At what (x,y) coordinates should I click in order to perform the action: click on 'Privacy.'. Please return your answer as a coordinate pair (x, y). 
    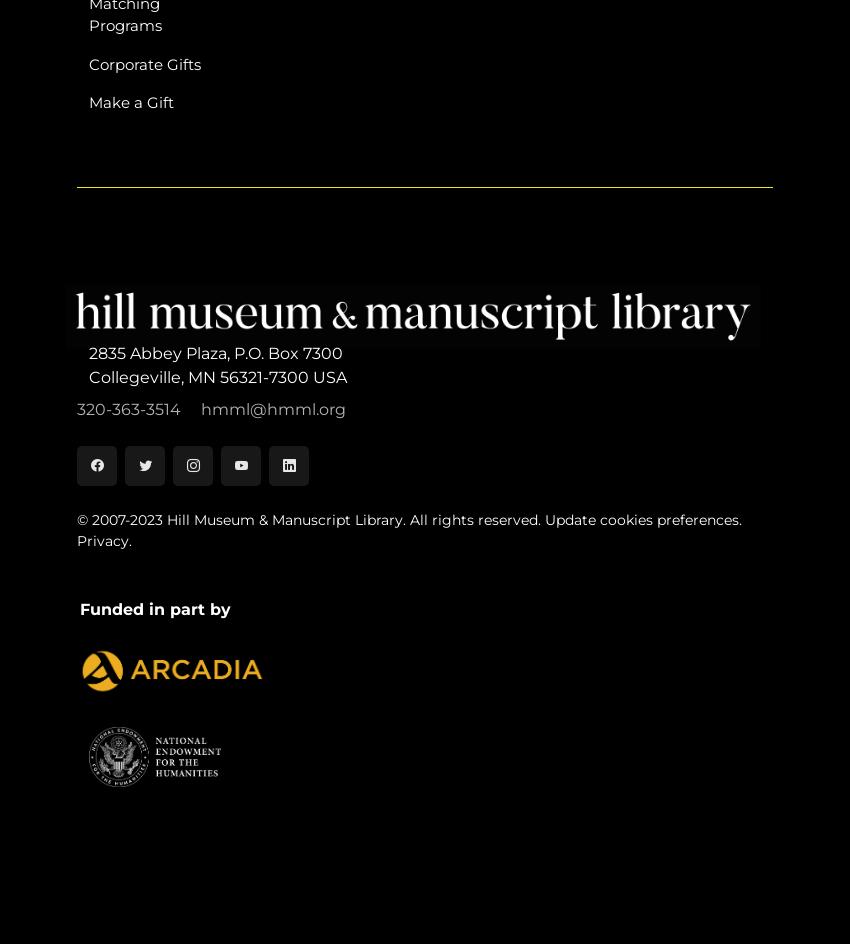
    Looking at the image, I should click on (103, 540).